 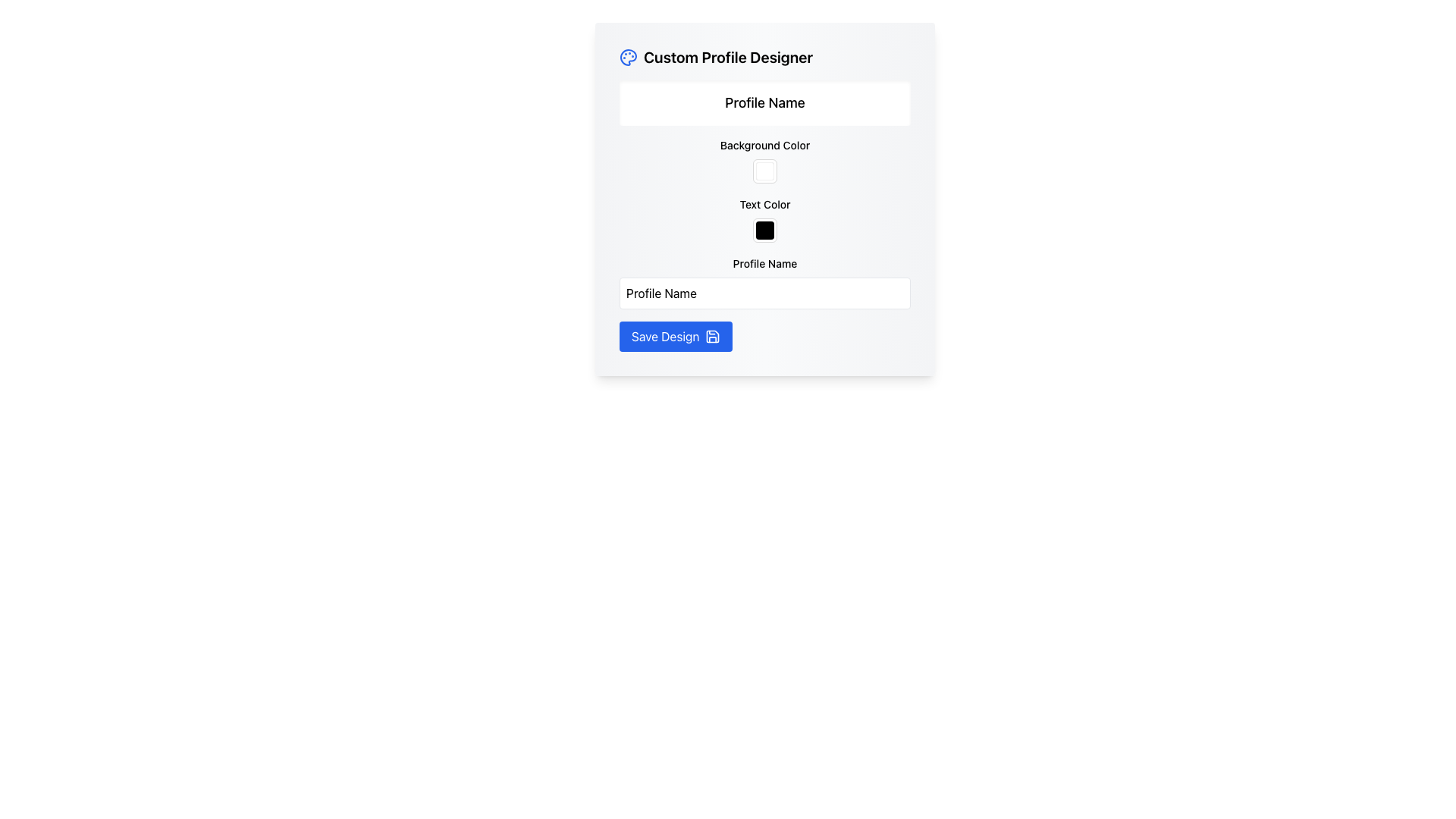 I want to click on the text label reading 'Background Color' located above the color selection box in the 'Custom Profile Designer' interface, so click(x=764, y=146).